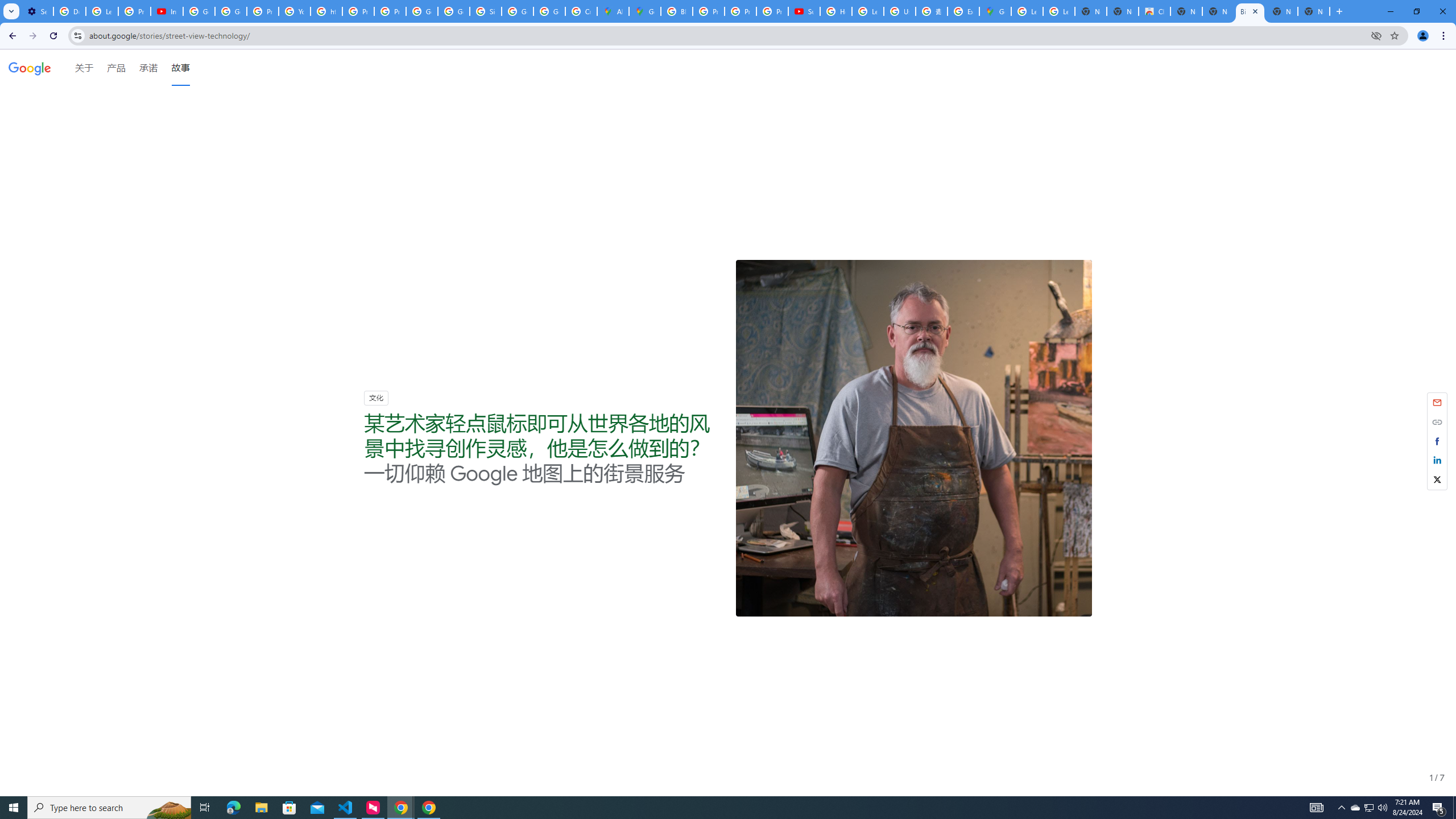 The image size is (1456, 819). I want to click on 'Google', so click(30, 70).